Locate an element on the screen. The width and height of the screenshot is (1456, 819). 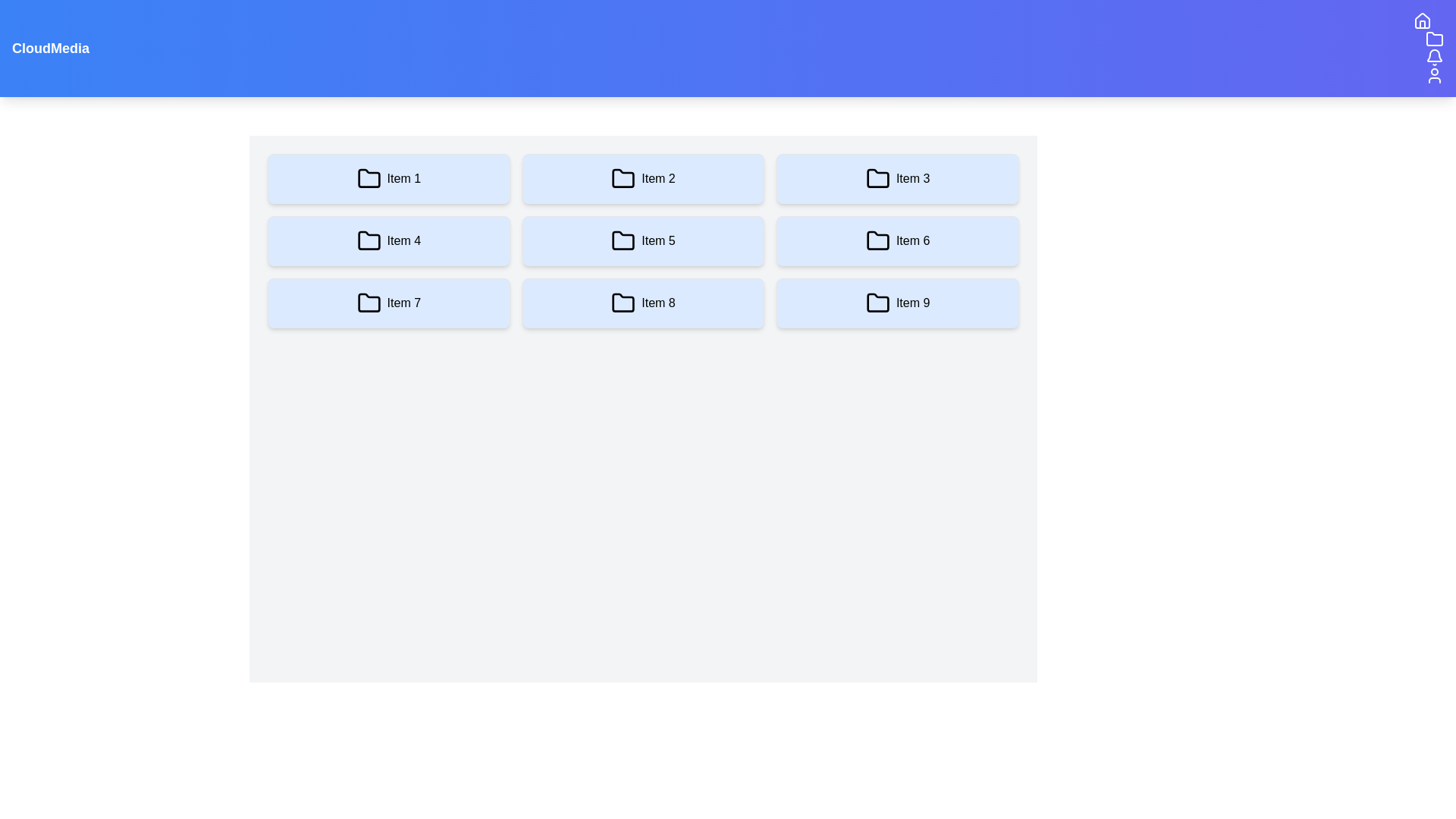
the Home navigation icon is located at coordinates (1422, 20).